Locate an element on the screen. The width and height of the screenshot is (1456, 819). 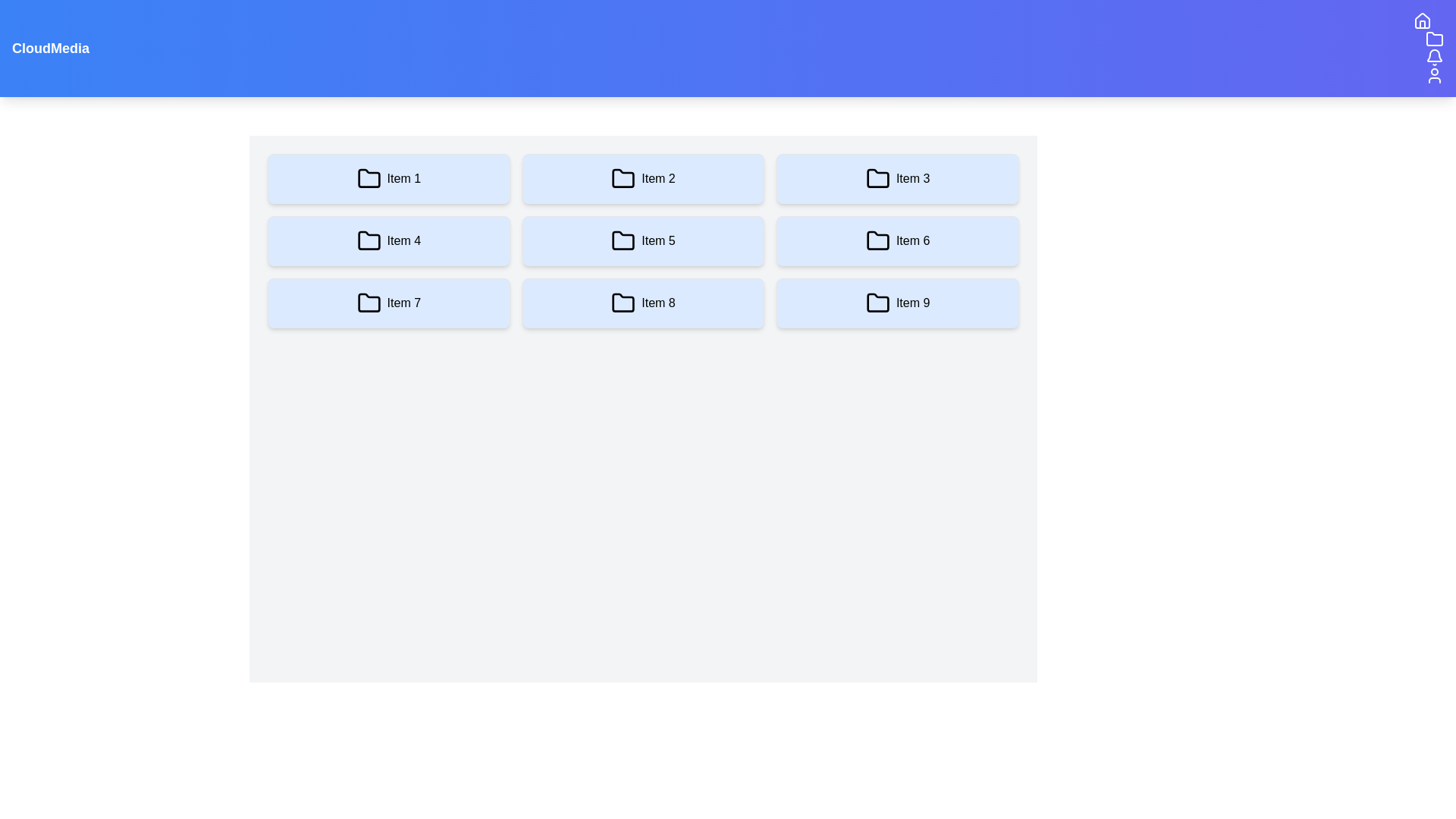
the Home navigation icon is located at coordinates (1422, 20).